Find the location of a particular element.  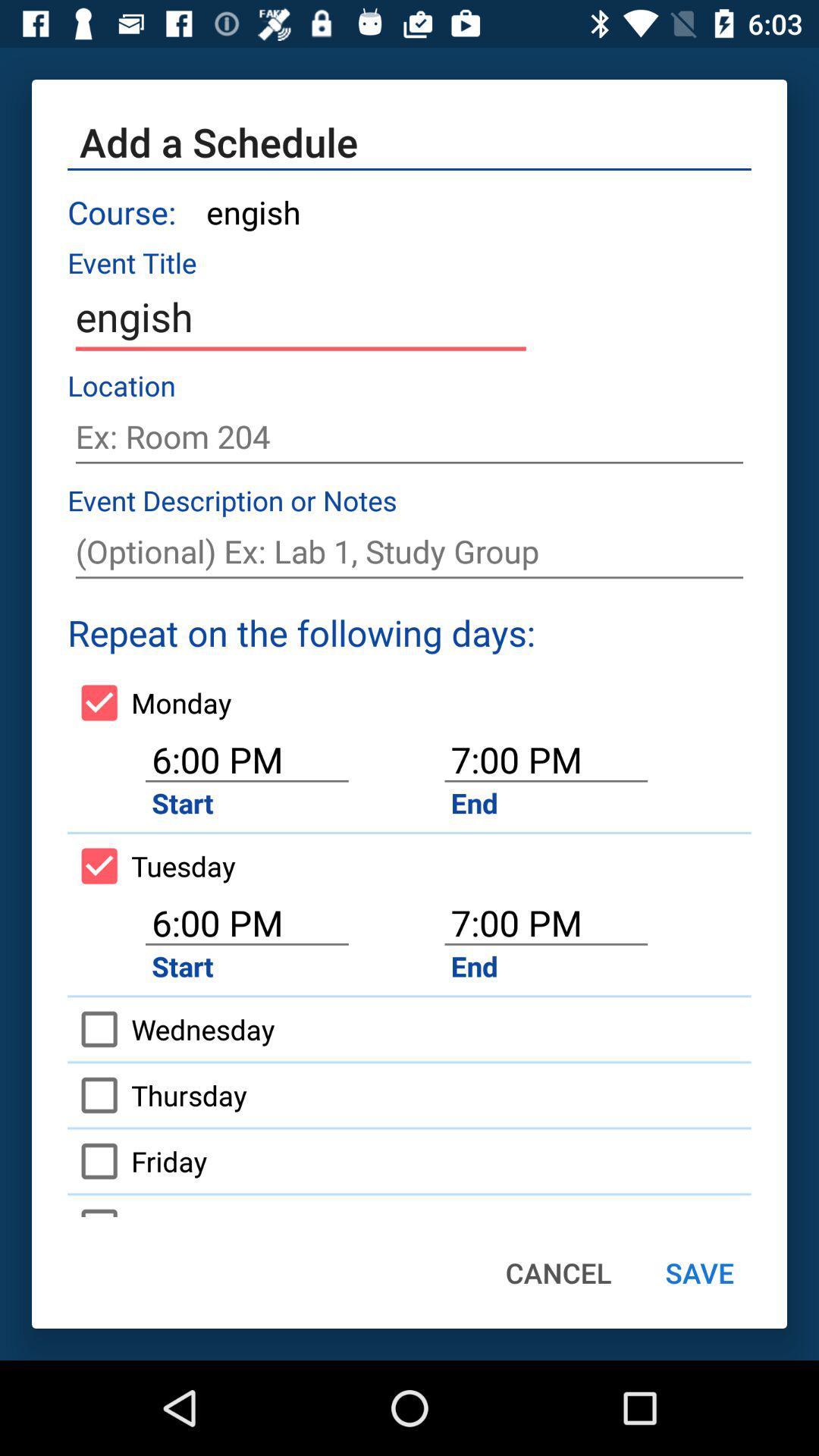

the item next to save item is located at coordinates (558, 1272).